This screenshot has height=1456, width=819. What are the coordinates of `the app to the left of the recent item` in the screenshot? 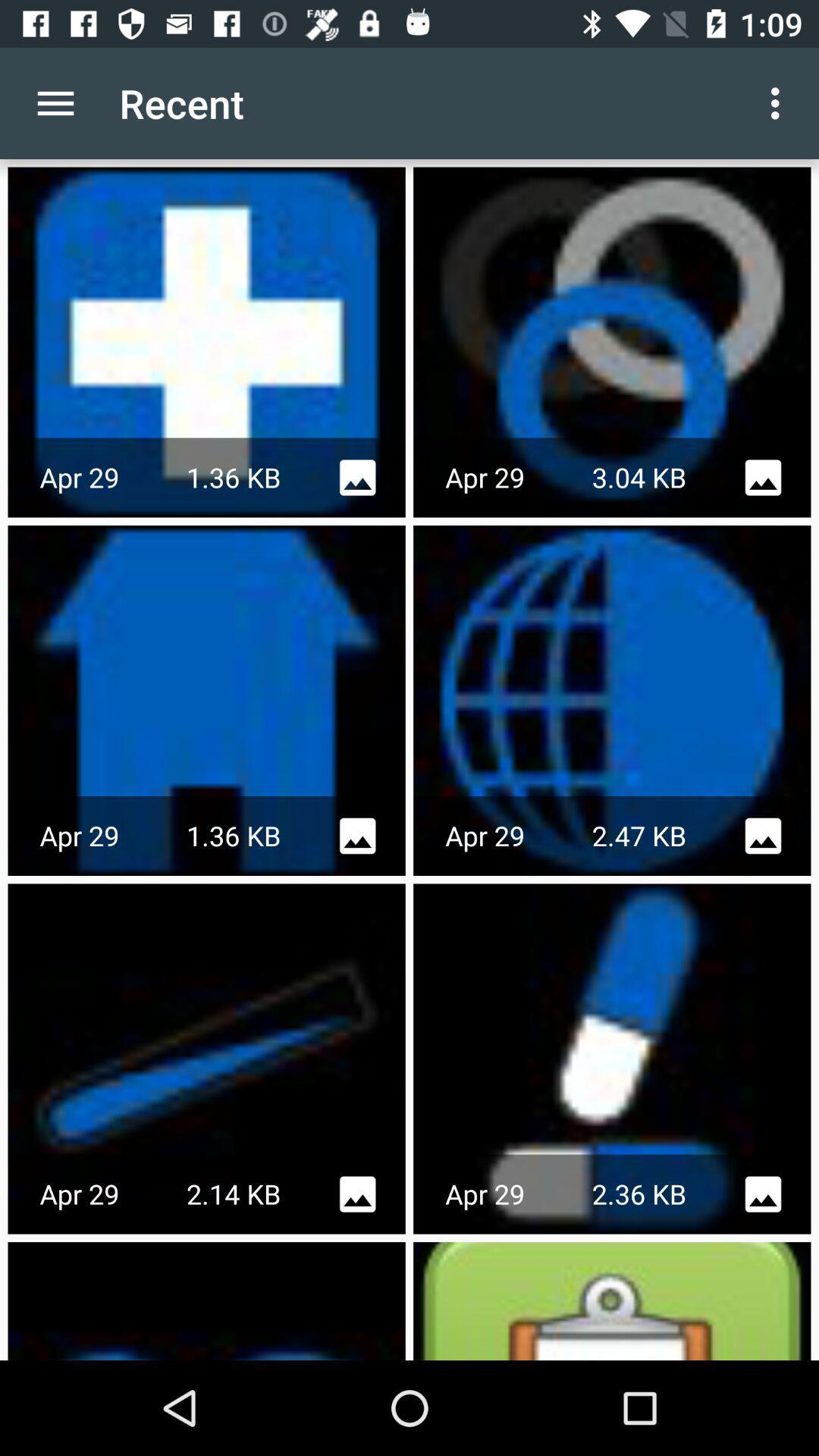 It's located at (55, 102).